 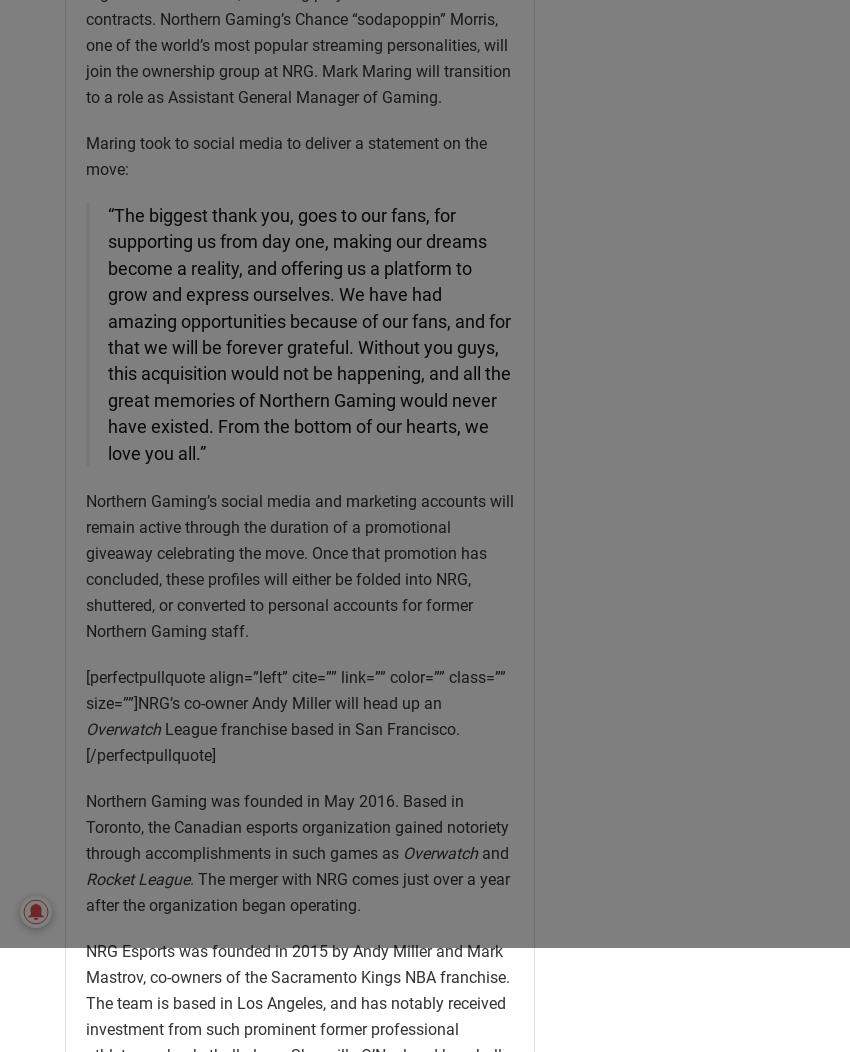 What do you see at coordinates (296, 826) in the screenshot?
I see `'Northern Gaming was founded in May 2016. Based in Toronto, the Canadian esports organization gained notoriety through accomplishments in such games as'` at bounding box center [296, 826].